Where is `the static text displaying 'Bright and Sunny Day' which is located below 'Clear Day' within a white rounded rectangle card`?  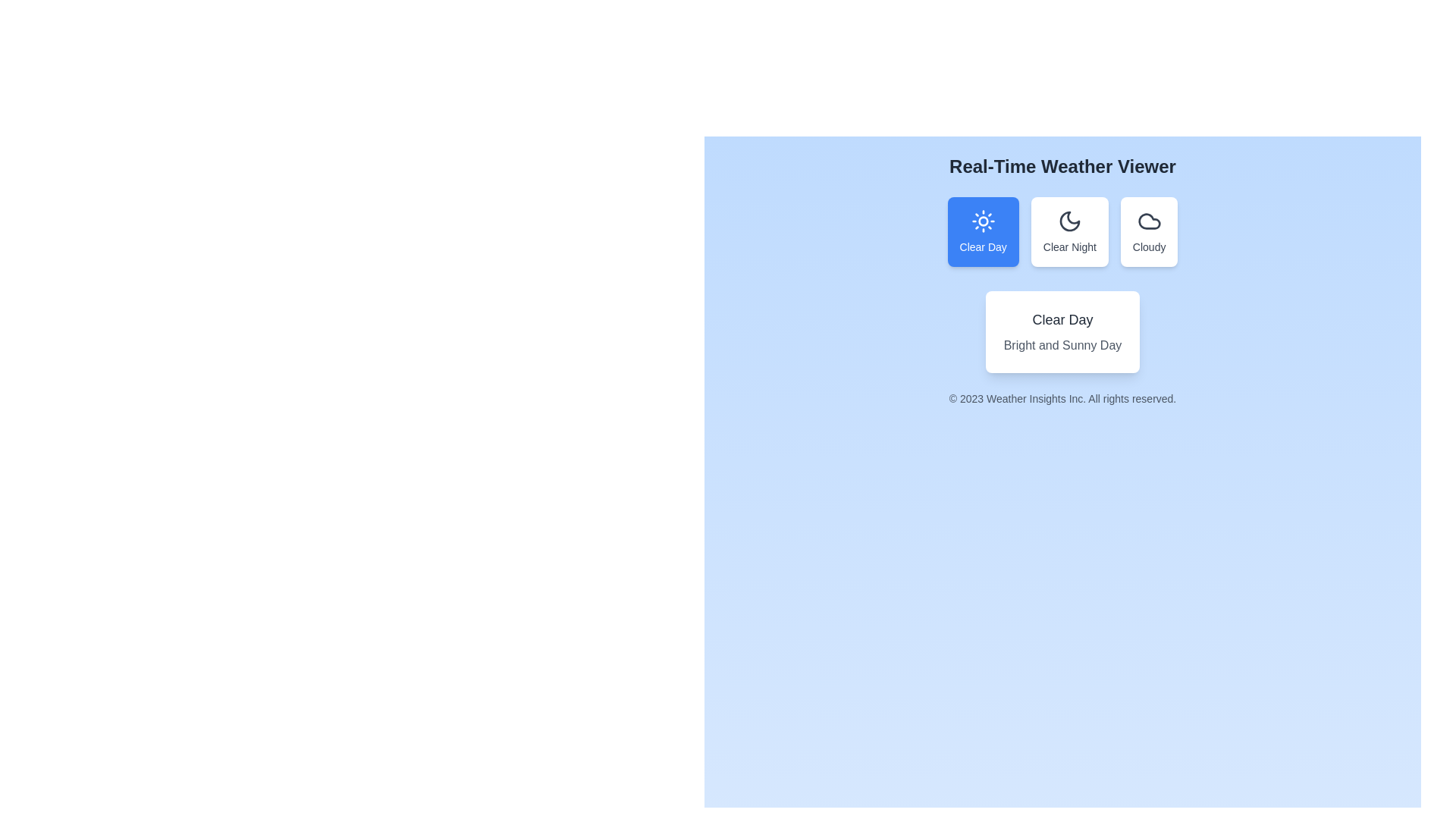
the static text displaying 'Bright and Sunny Day' which is located below 'Clear Day' within a white rounded rectangle card is located at coordinates (1062, 345).